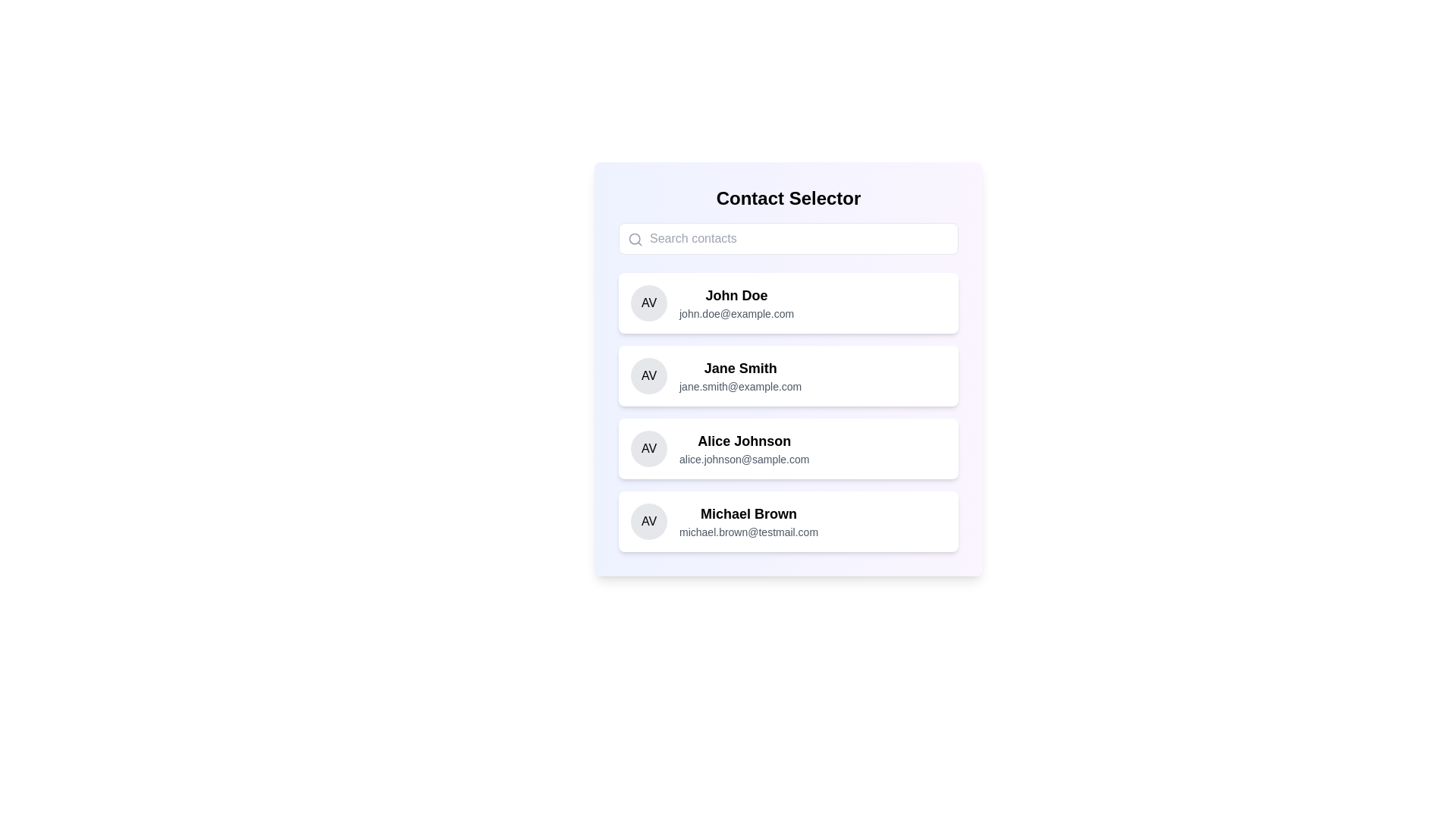 Image resolution: width=1456 pixels, height=819 pixels. Describe the element at coordinates (740, 375) in the screenshot. I see `text content displayed in the label that shows the name and email address of a contact, which is located in the second list item of the contact selection list, to the right of the circular avatar labeled 'AV'` at that location.